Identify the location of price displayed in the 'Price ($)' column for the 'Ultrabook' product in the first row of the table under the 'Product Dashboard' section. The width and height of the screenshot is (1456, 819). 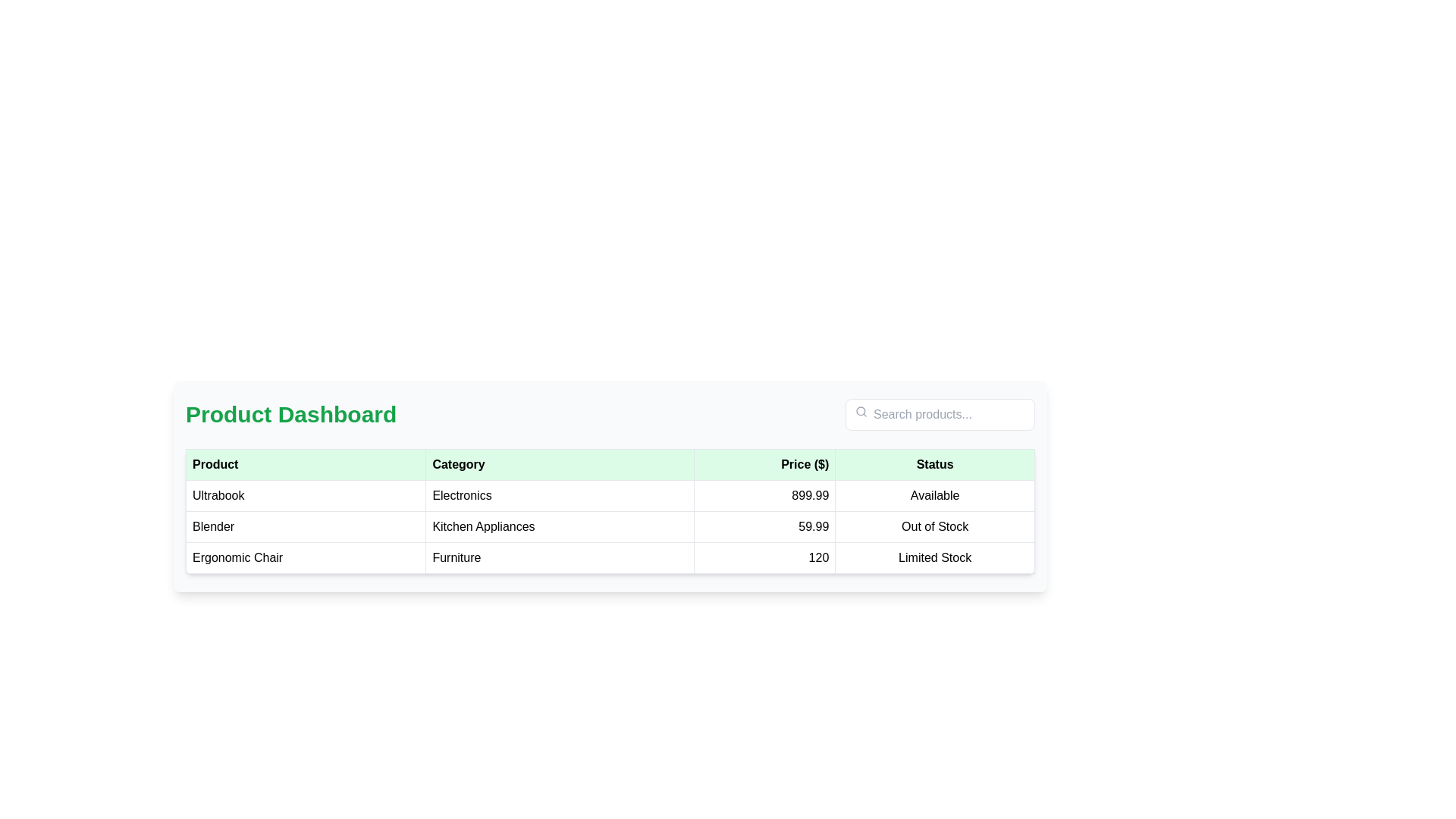
(764, 496).